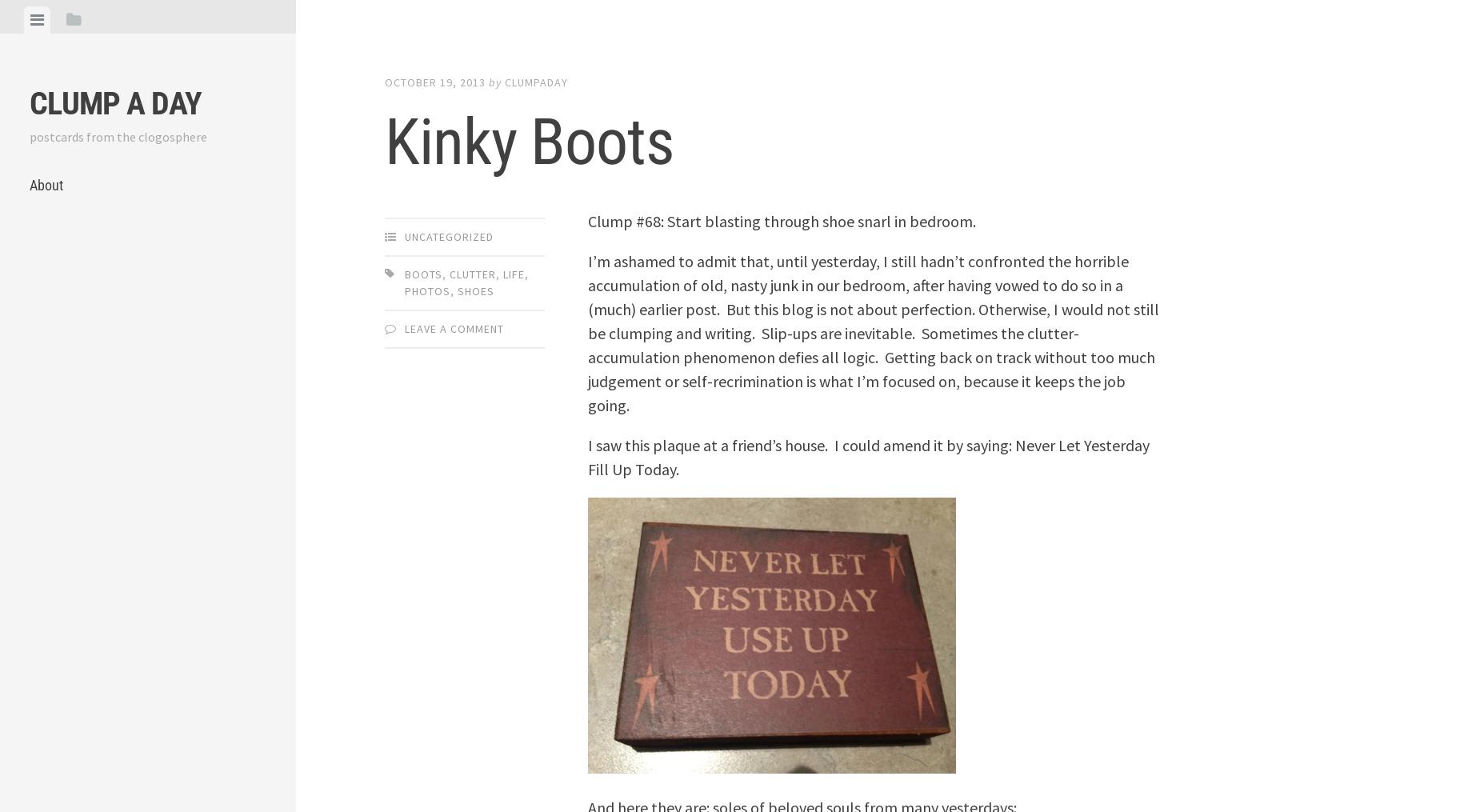 This screenshot has height=812, width=1480. What do you see at coordinates (29, 136) in the screenshot?
I see `'postcards from the clogosphere'` at bounding box center [29, 136].